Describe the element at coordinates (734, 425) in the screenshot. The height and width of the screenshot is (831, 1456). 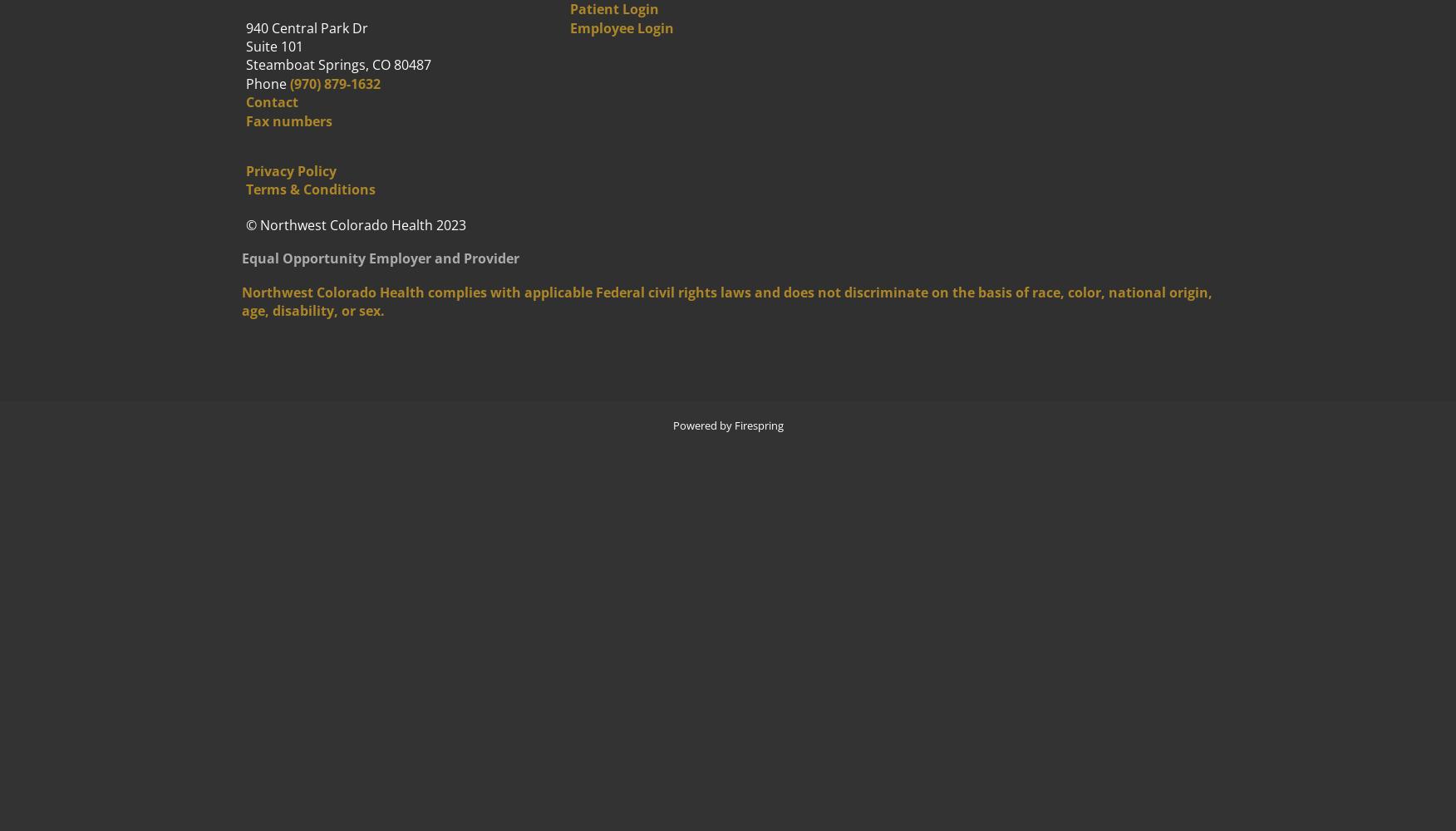
I see `'Firespring'` at that location.